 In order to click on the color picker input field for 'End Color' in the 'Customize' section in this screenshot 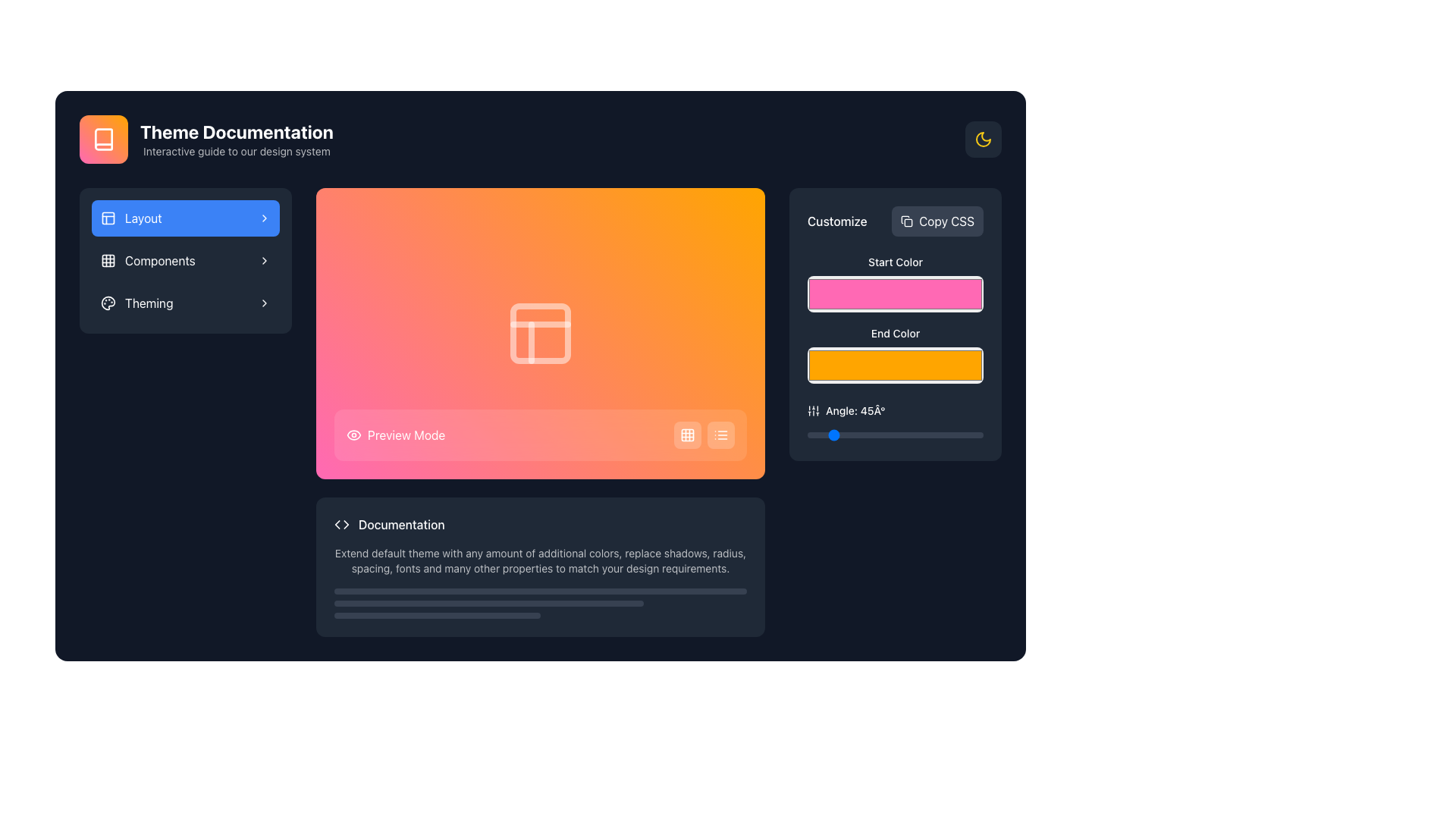, I will do `click(895, 366)`.